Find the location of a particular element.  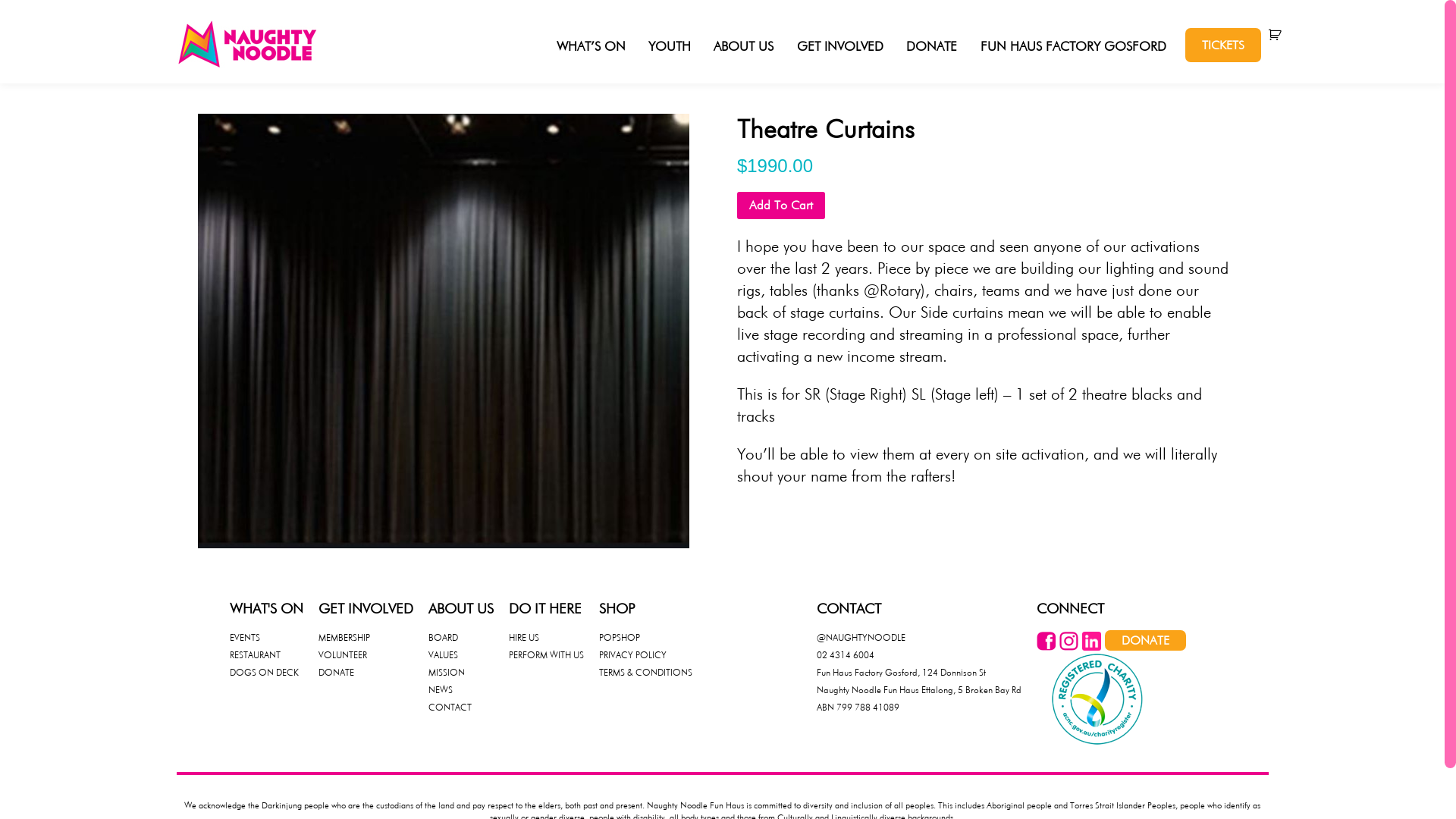

'Linkedin' is located at coordinates (1090, 646).